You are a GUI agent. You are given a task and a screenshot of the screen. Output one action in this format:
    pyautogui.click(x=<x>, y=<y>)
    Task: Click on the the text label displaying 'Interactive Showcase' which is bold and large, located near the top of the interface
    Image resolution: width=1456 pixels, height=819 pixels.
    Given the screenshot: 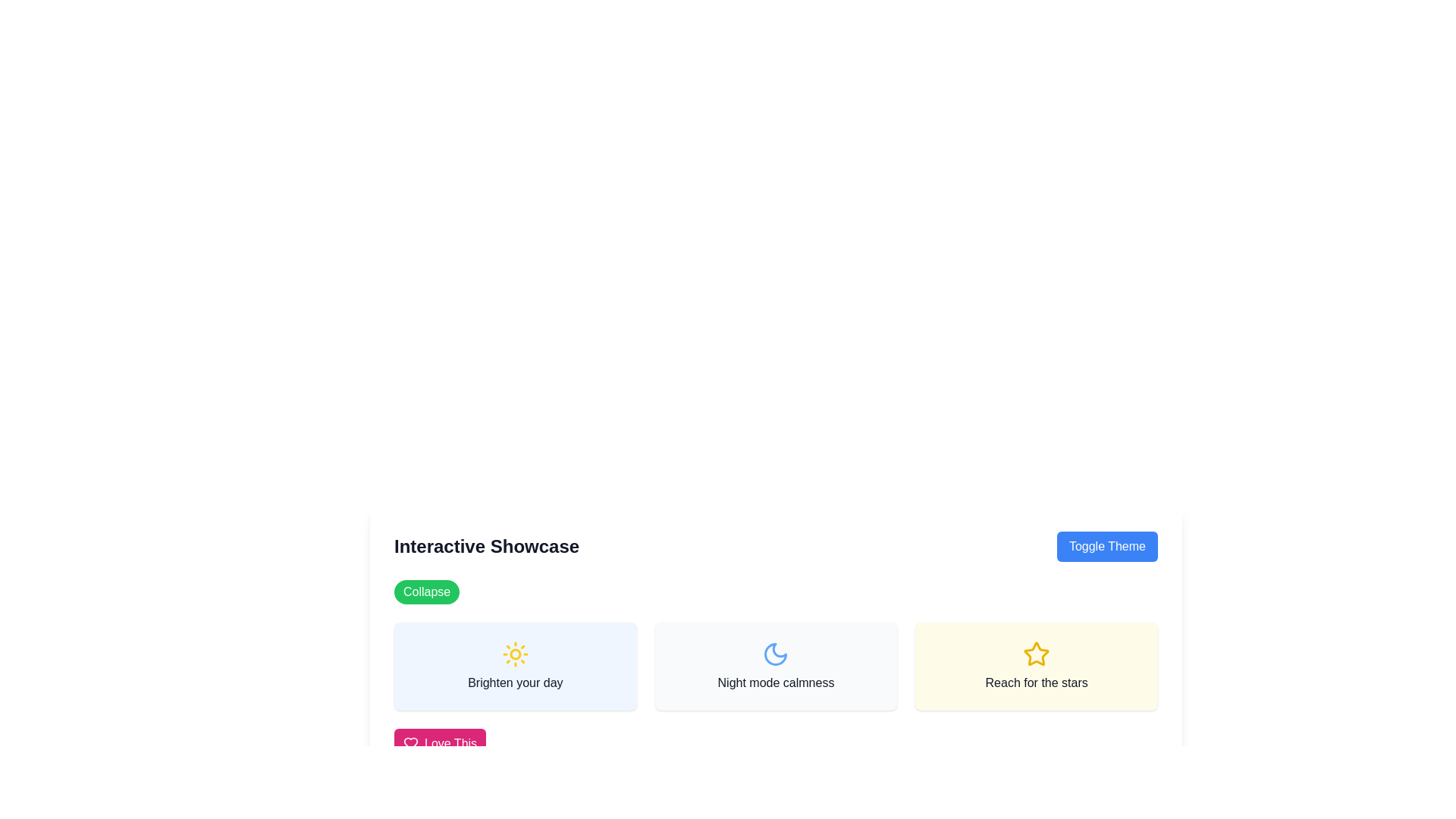 What is the action you would take?
    pyautogui.click(x=487, y=547)
    